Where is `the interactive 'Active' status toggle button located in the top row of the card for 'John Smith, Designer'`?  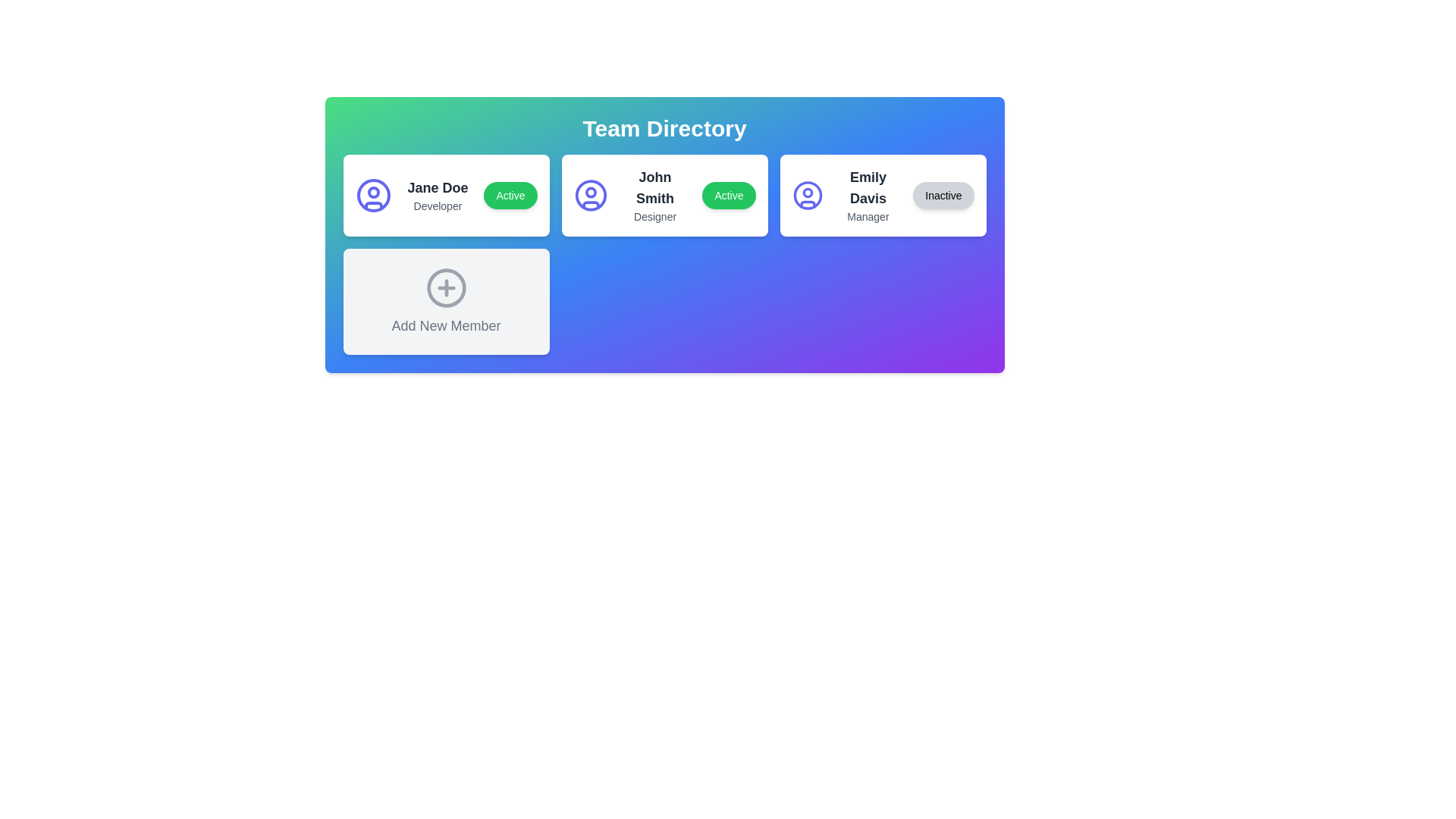
the interactive 'Active' status toggle button located in the top row of the card for 'John Smith, Designer' is located at coordinates (729, 195).